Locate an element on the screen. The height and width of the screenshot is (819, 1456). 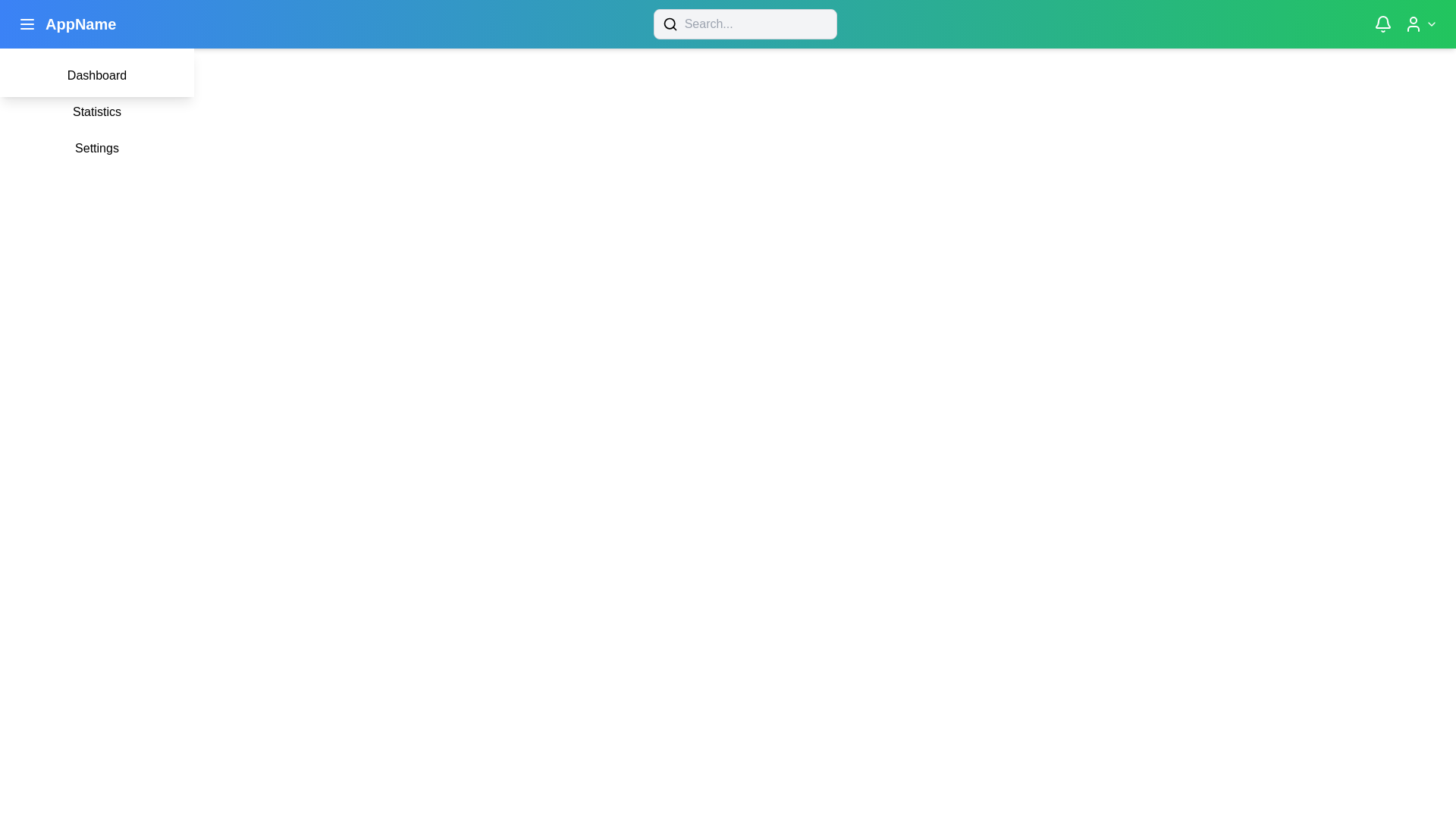
the upper part of the notification bell icon located in the top-right corner of the application bar, which is represented as a vector graphic within an SVG is located at coordinates (1383, 22).